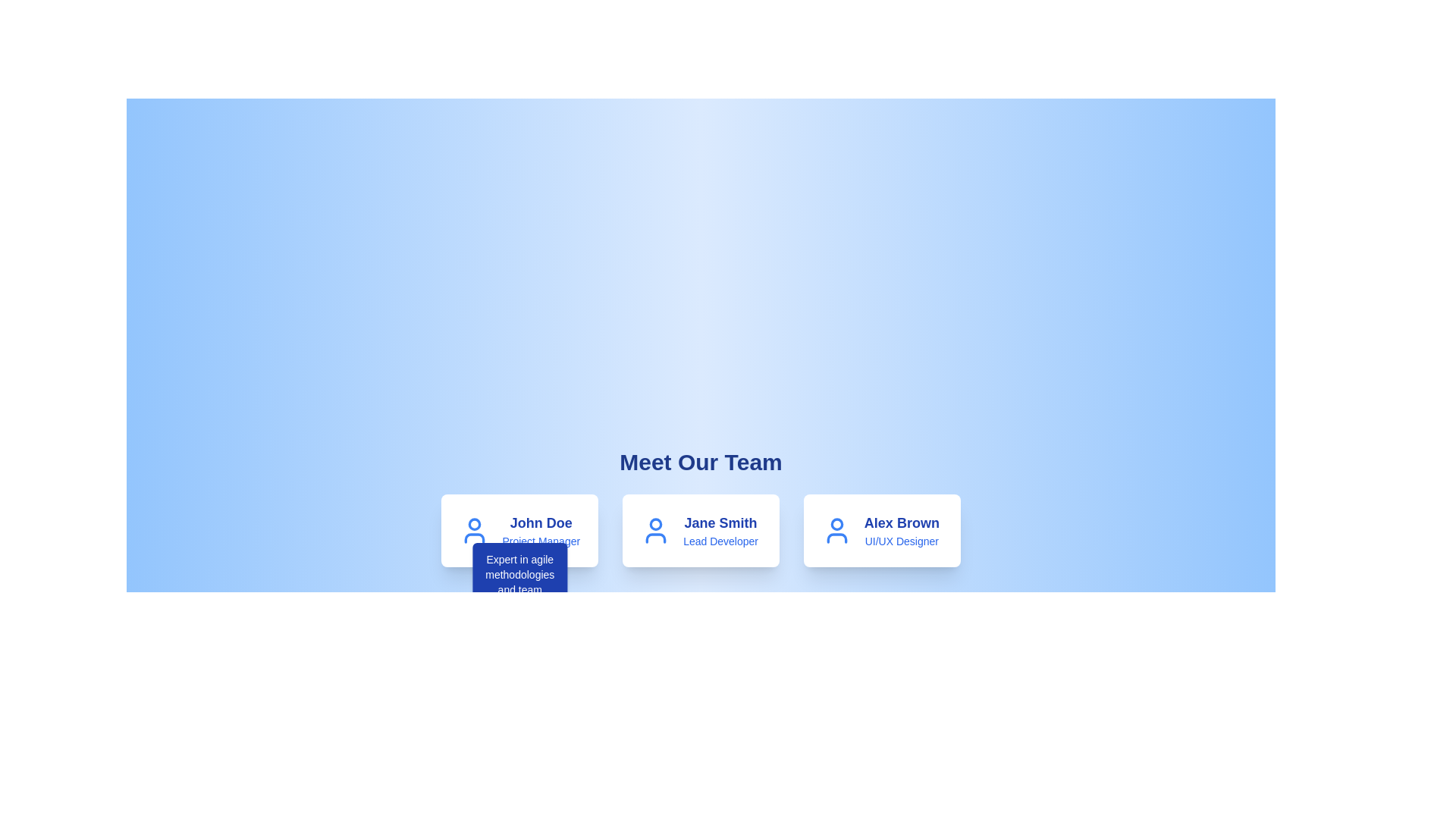  I want to click on the static descriptive text 'UI/UX Designer' located under the name 'Alex Brown' in the profile card on the right side of the 'Meet Our Team' section, so click(902, 540).